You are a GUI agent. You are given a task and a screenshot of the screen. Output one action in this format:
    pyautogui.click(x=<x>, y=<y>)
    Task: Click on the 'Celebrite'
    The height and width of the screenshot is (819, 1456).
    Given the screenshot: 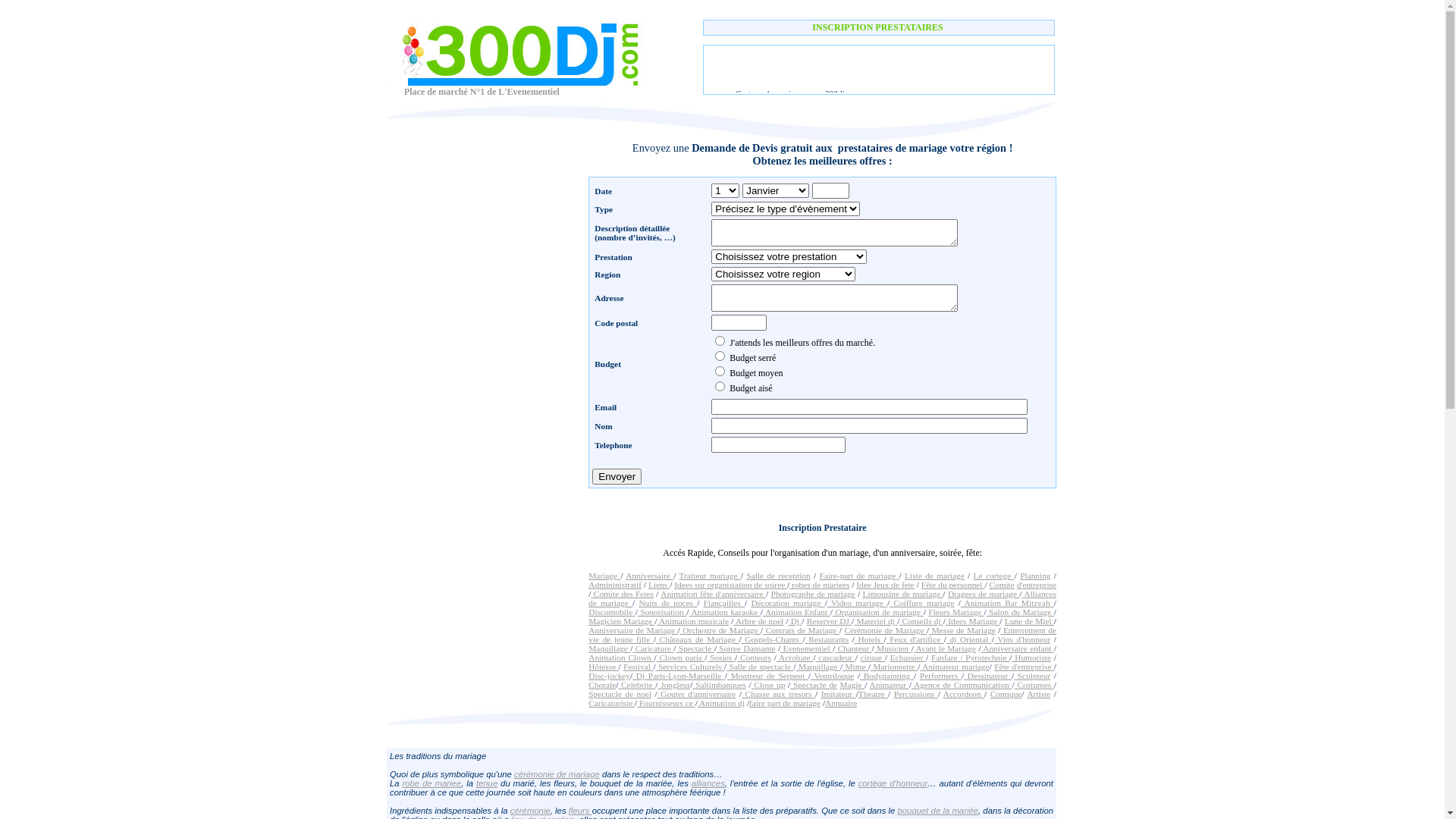 What is the action you would take?
    pyautogui.click(x=636, y=684)
    